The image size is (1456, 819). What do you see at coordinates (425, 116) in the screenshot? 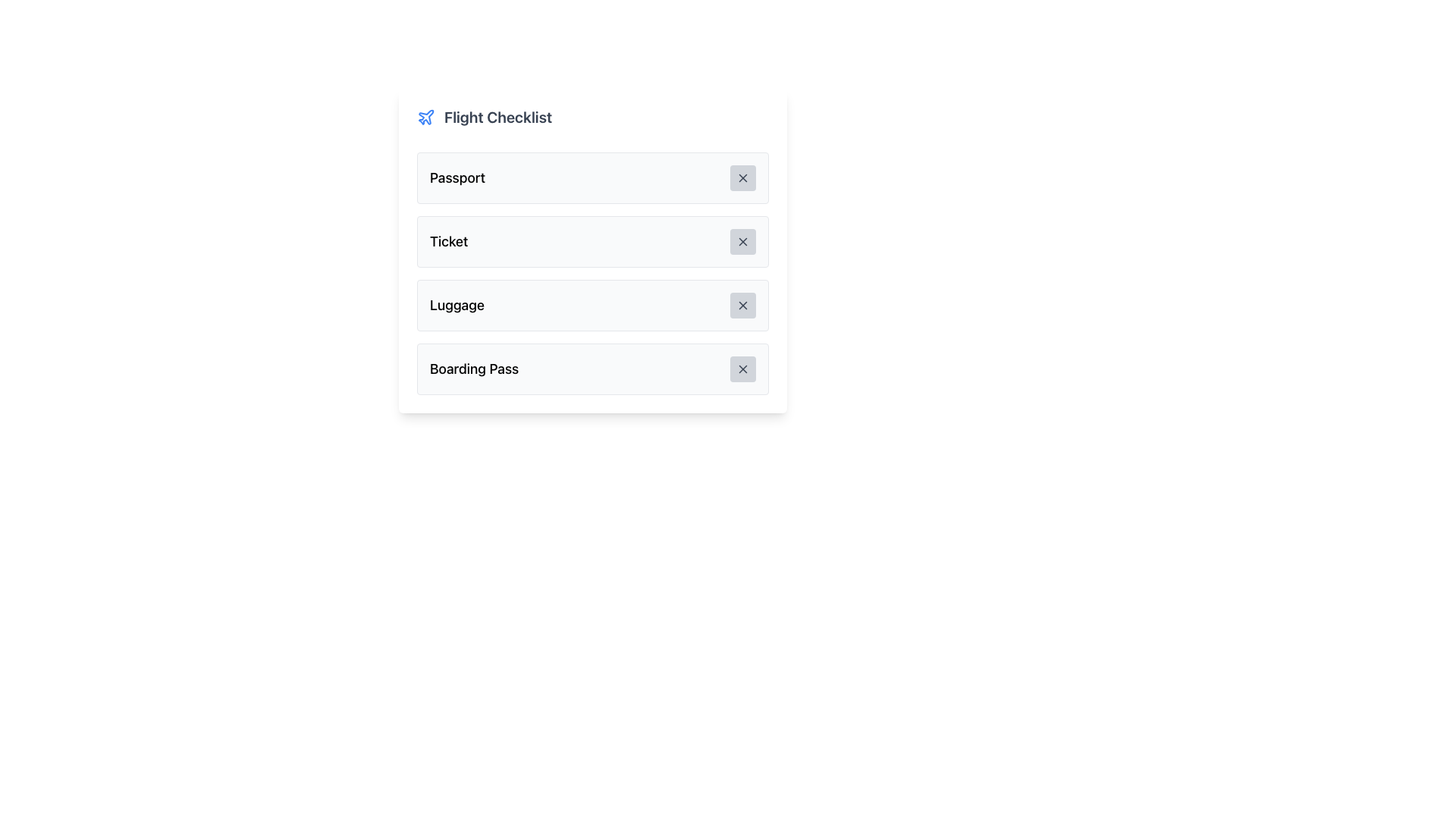
I see `the airplane icon, which is styled in blue and outlined, located in the header titled 'Flight Checklist'` at bounding box center [425, 116].